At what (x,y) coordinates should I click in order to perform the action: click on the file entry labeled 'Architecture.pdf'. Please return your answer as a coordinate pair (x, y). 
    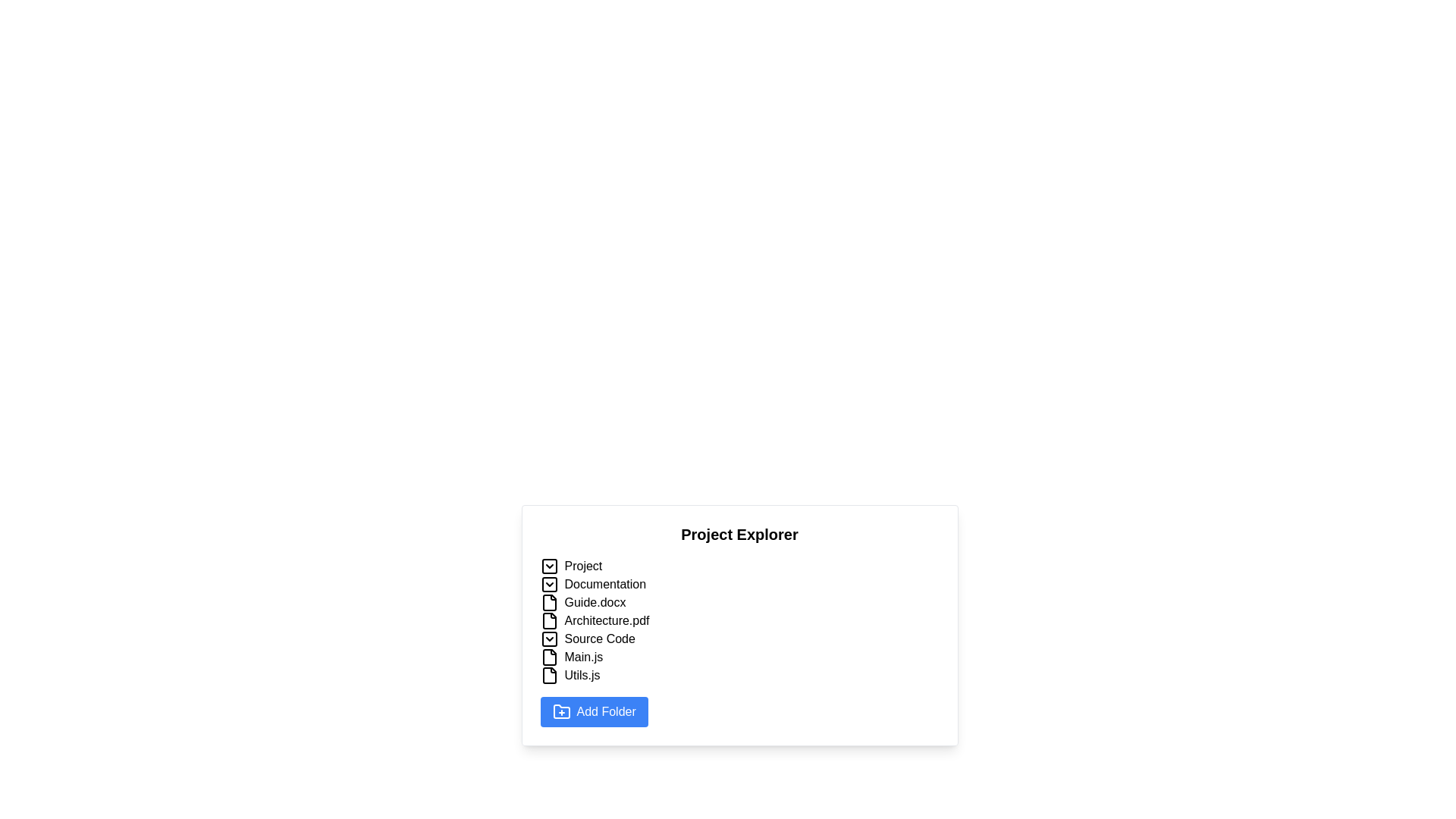
    Looking at the image, I should click on (739, 620).